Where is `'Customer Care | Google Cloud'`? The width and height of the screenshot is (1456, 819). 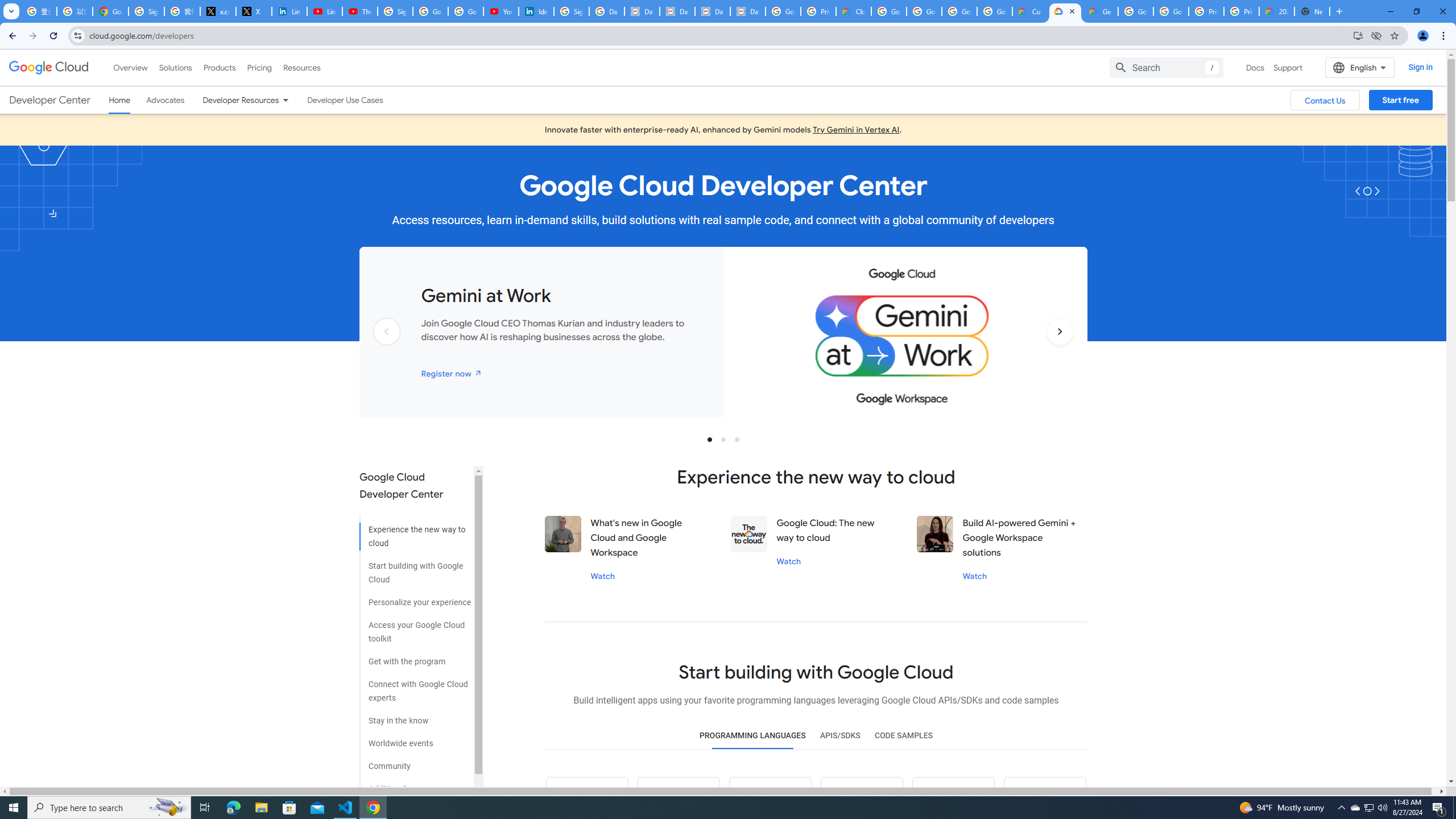 'Customer Care | Google Cloud' is located at coordinates (1029, 11).